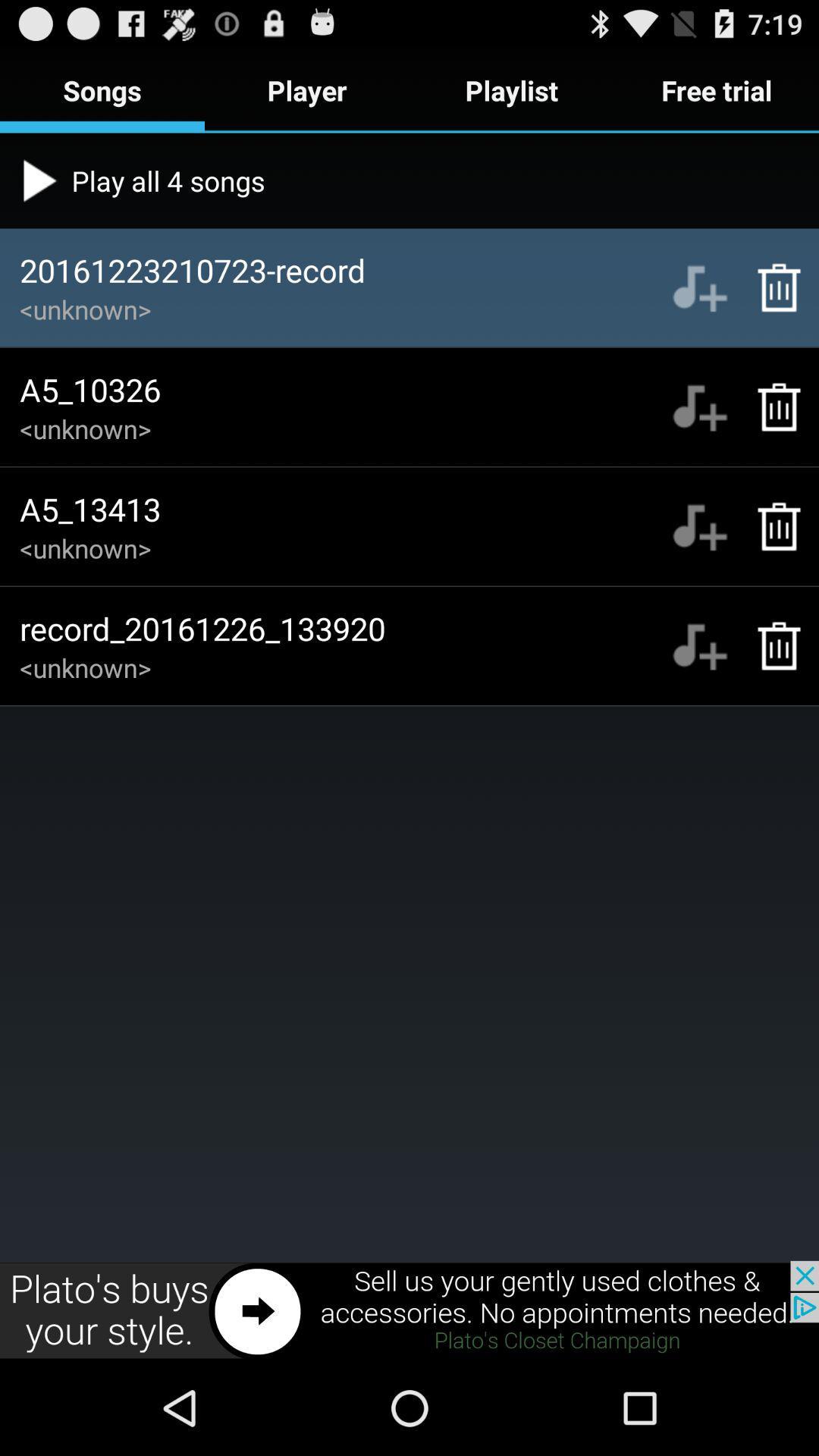  Describe the element at coordinates (771, 287) in the screenshot. I see `delete the song` at that location.